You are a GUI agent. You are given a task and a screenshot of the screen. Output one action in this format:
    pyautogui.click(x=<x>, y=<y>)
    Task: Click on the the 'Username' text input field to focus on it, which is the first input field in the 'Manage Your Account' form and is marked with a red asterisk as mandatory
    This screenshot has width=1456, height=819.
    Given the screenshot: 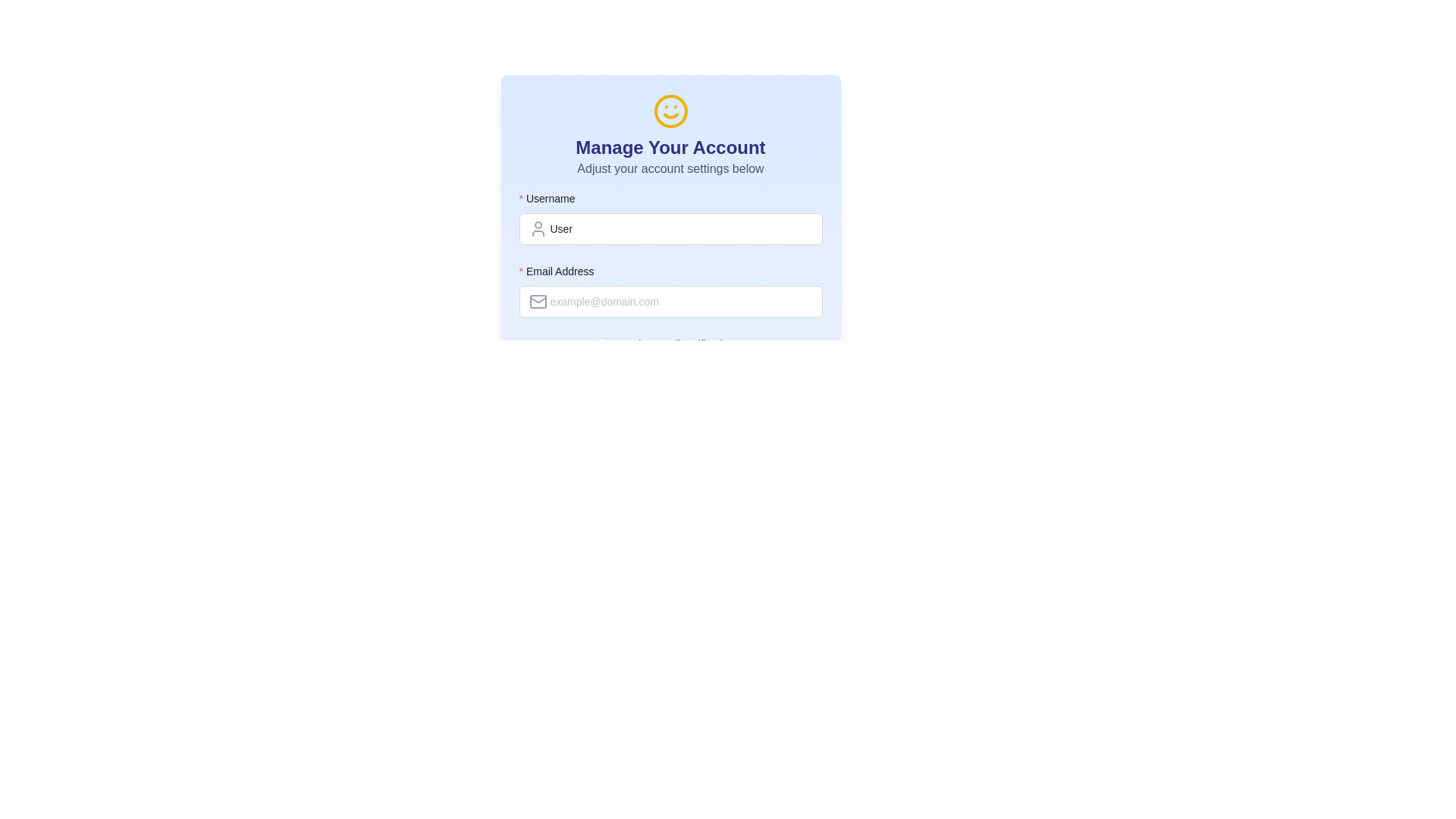 What is the action you would take?
    pyautogui.click(x=670, y=217)
    